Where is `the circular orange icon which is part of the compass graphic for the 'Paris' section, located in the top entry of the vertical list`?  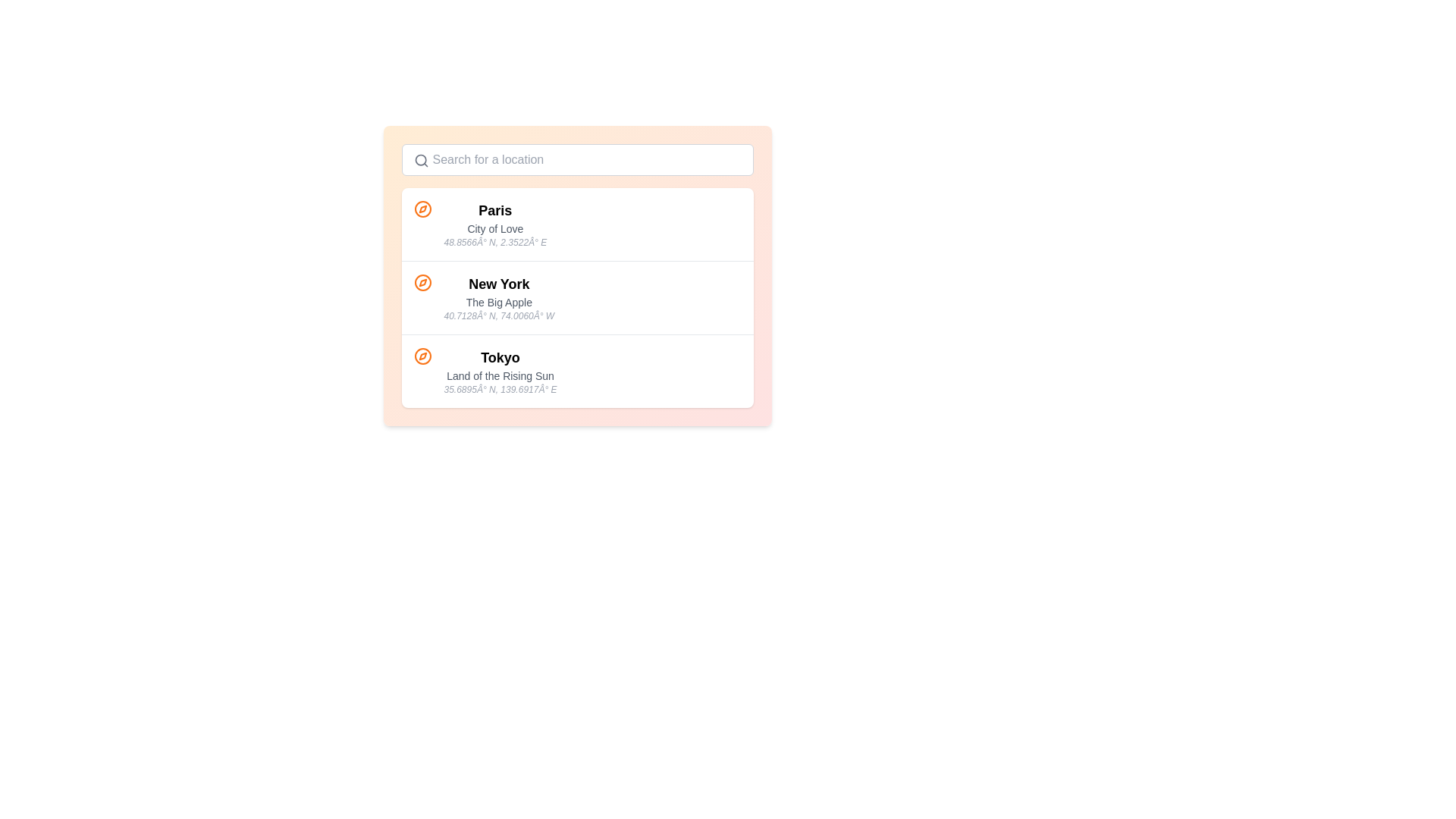
the circular orange icon which is part of the compass graphic for the 'Paris' section, located in the top entry of the vertical list is located at coordinates (422, 209).